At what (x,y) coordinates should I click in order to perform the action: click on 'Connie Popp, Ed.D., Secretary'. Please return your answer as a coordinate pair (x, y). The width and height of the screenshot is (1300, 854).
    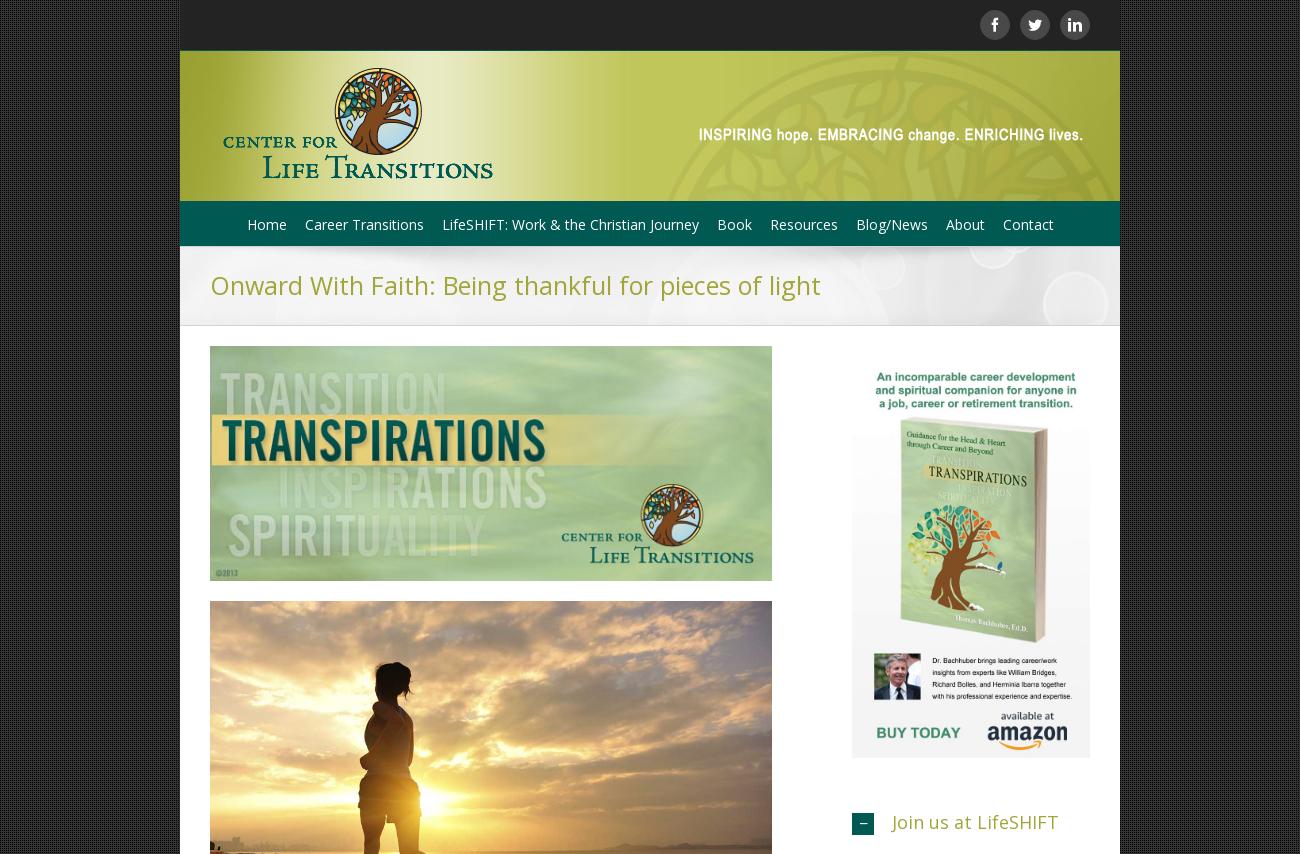
    Looking at the image, I should click on (814, 489).